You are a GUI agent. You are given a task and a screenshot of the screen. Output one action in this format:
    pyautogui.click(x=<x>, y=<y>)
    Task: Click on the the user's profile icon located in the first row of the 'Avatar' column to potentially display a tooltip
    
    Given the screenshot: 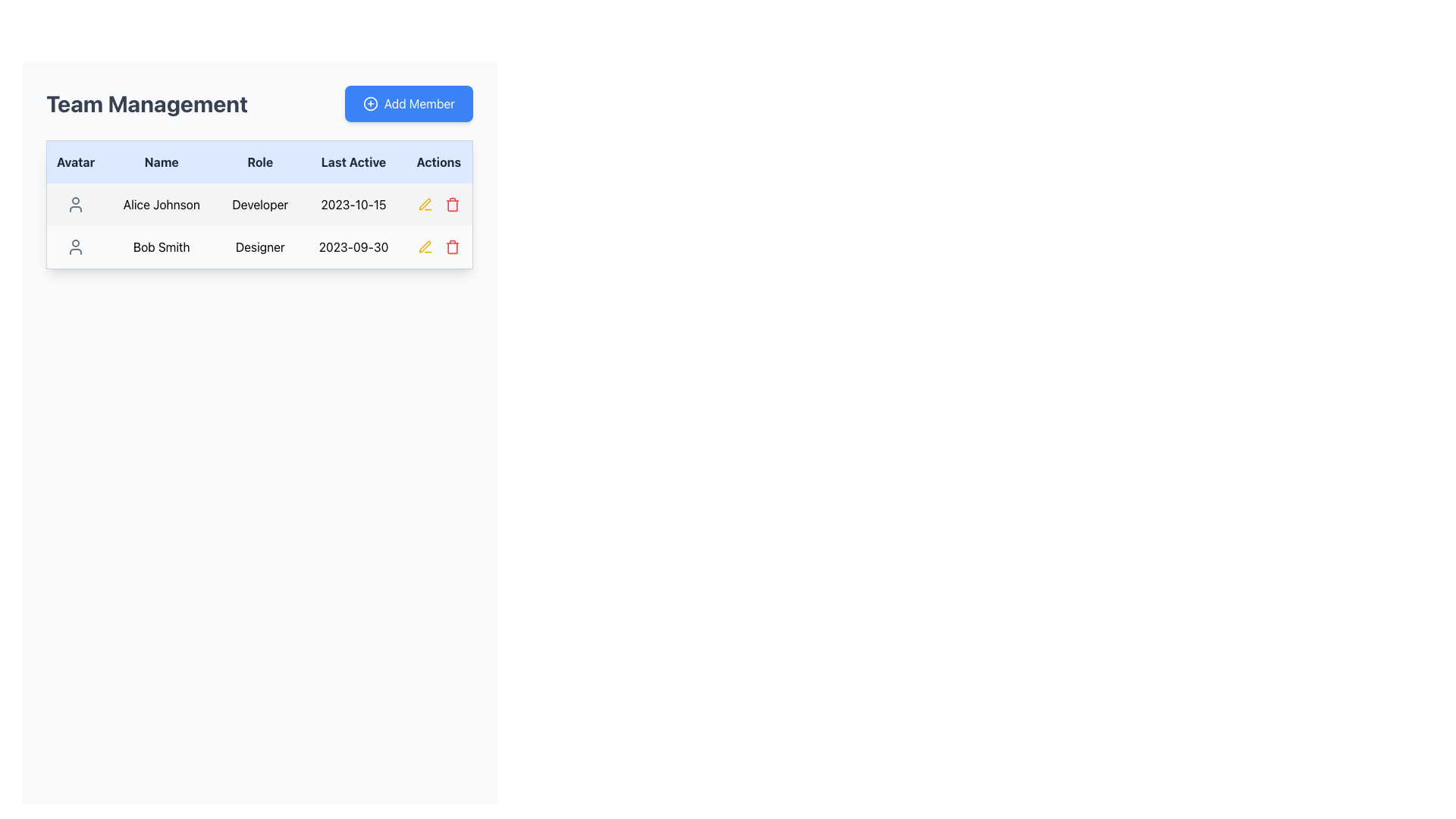 What is the action you would take?
    pyautogui.click(x=75, y=205)
    